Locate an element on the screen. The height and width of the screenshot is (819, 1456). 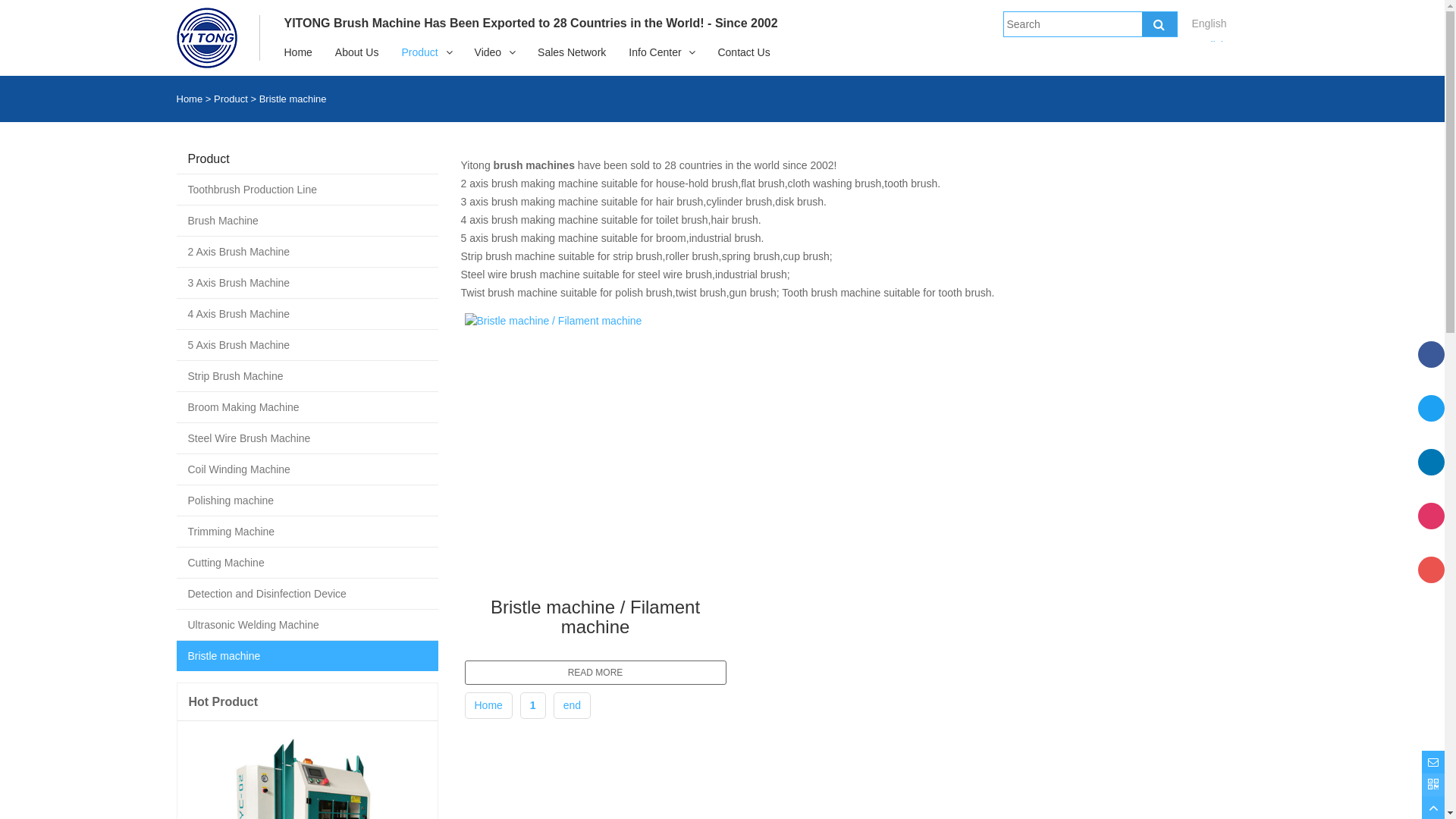
'Video' is located at coordinates (488, 52).